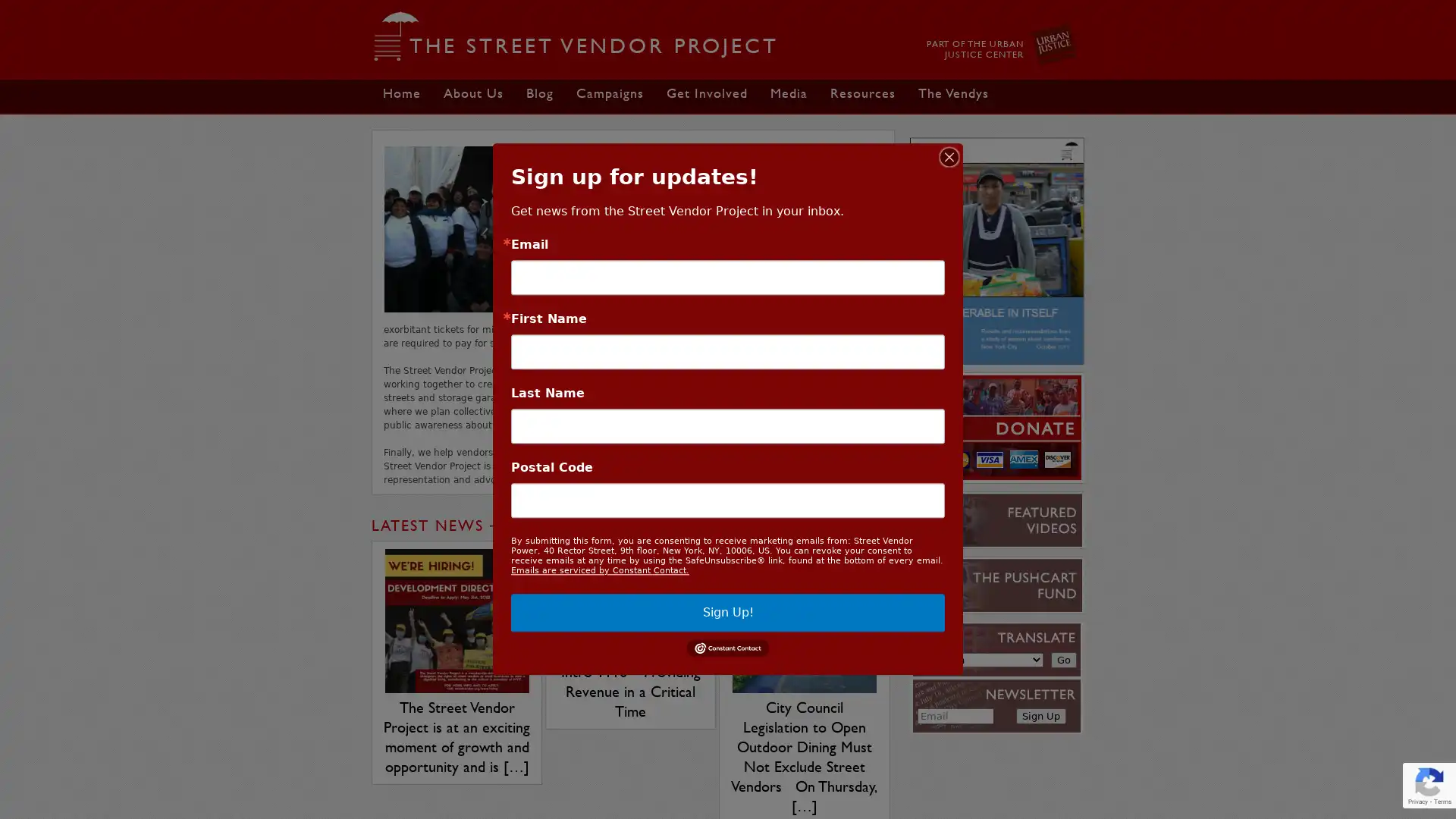  Describe the element at coordinates (949, 157) in the screenshot. I see `Close` at that location.